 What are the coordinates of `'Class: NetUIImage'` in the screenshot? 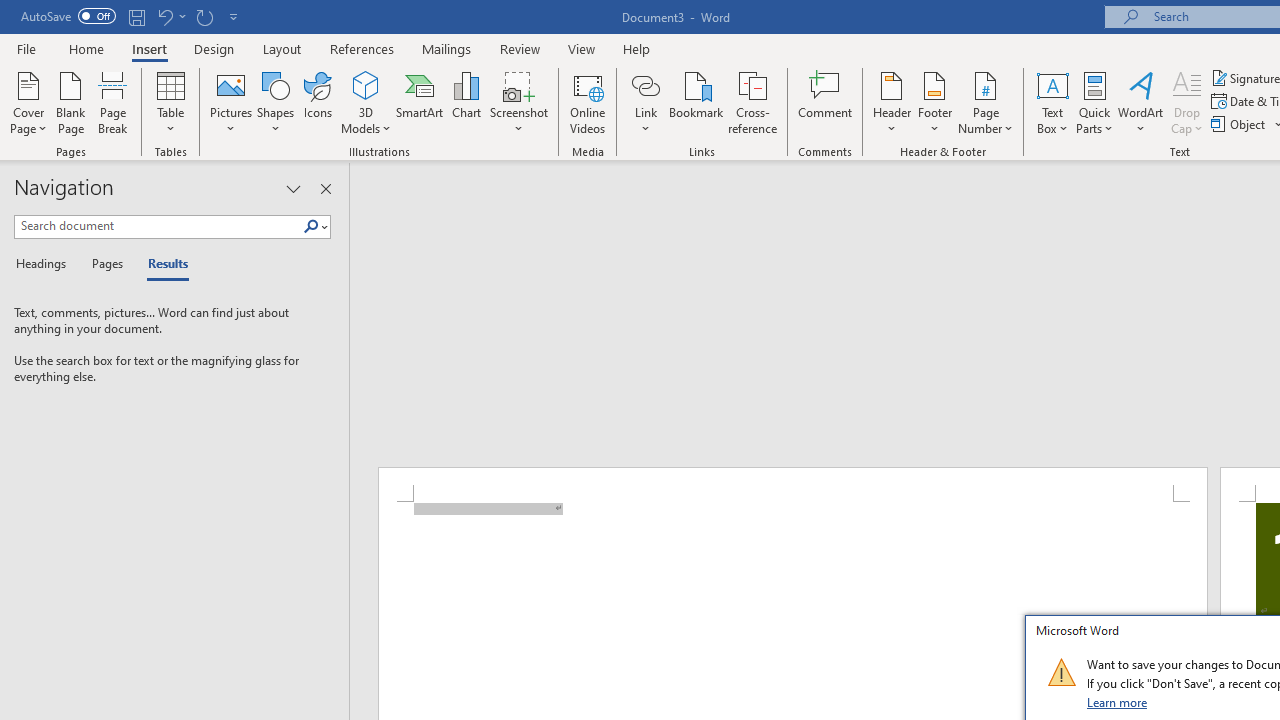 It's located at (1060, 672).